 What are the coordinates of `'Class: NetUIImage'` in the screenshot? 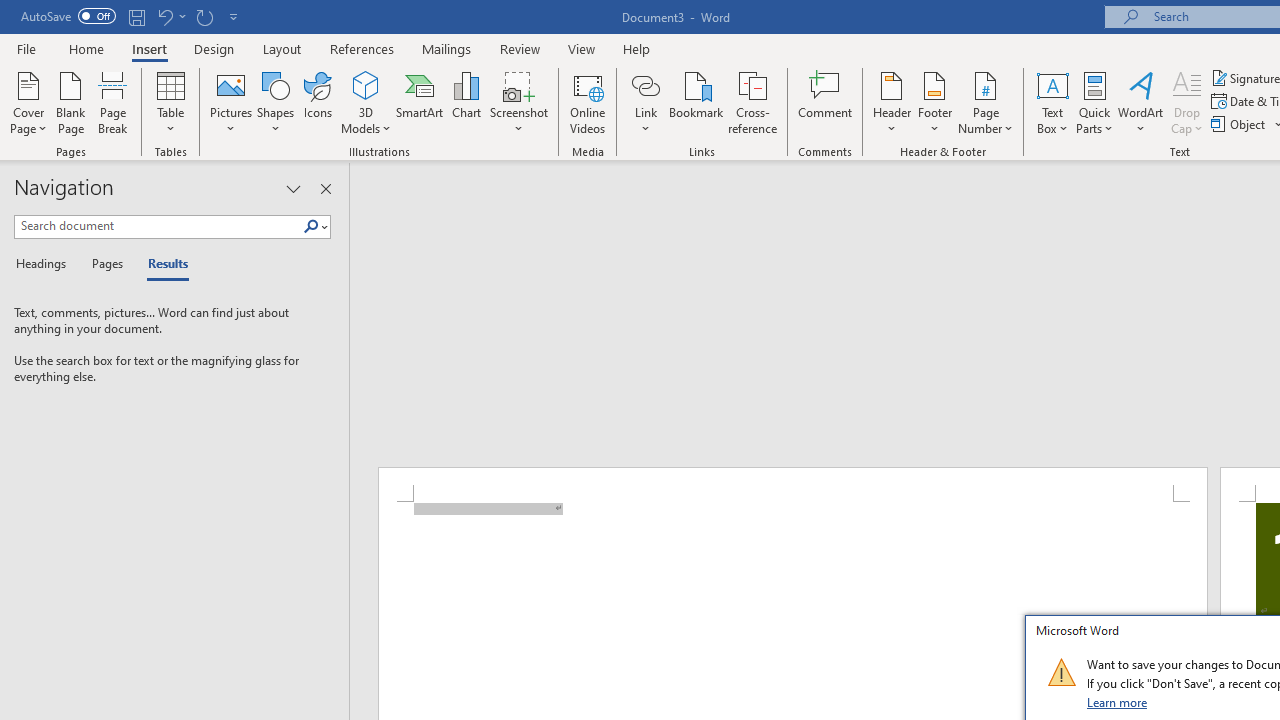 It's located at (1060, 672).